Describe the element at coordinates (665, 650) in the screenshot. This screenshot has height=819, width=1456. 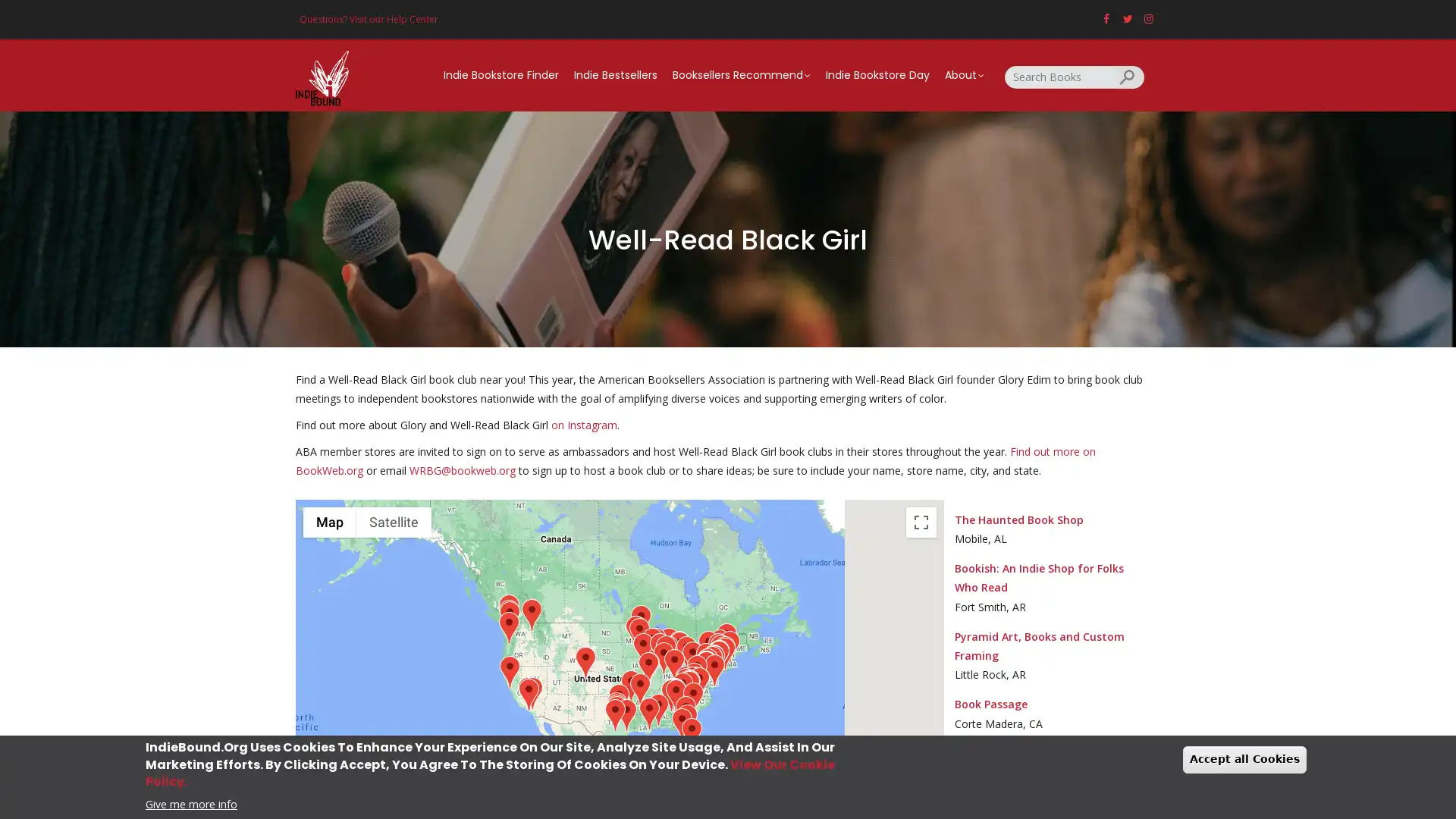
I see `The Brain Lair` at that location.